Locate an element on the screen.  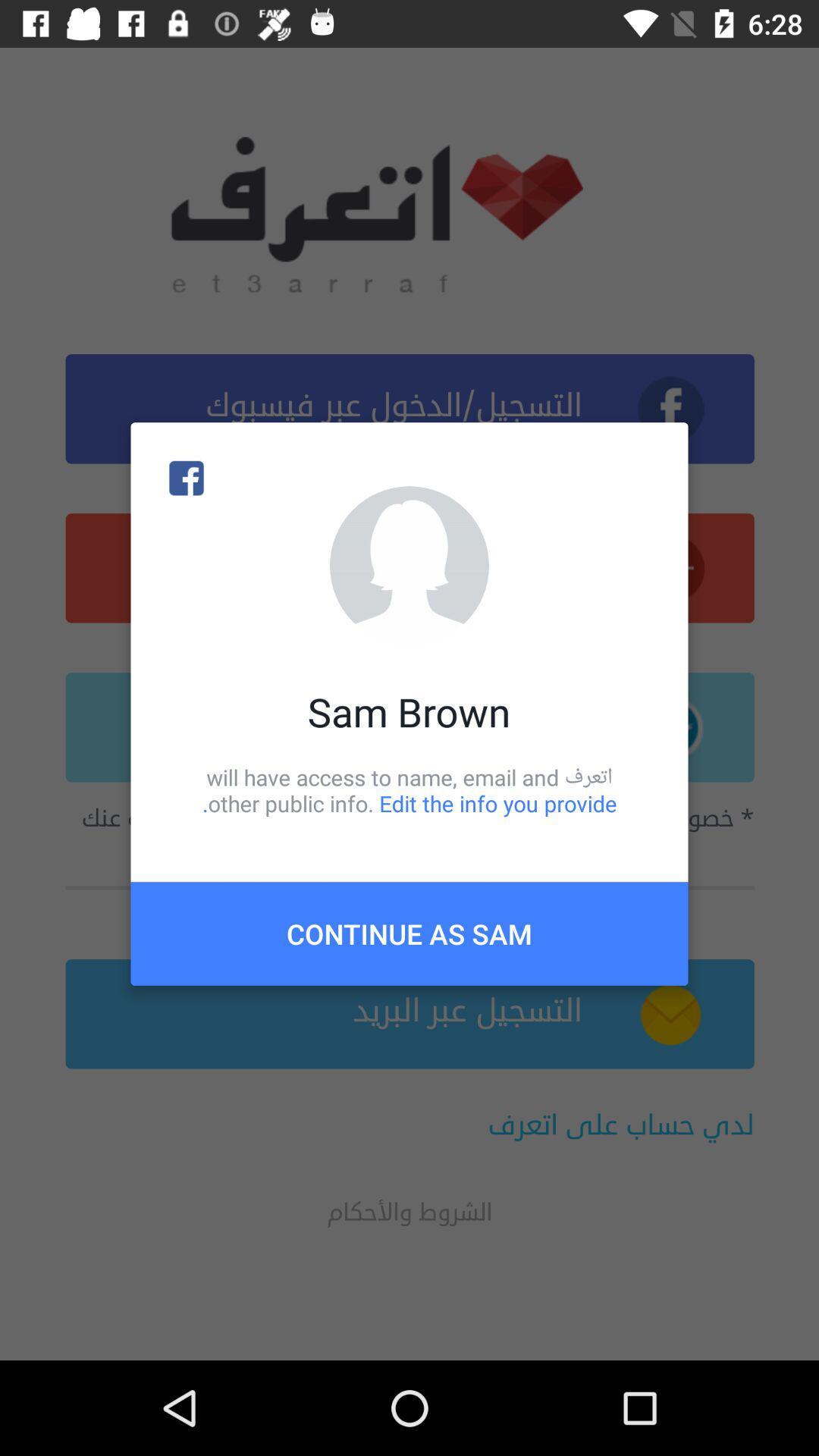
the continue as sam item is located at coordinates (409, 933).